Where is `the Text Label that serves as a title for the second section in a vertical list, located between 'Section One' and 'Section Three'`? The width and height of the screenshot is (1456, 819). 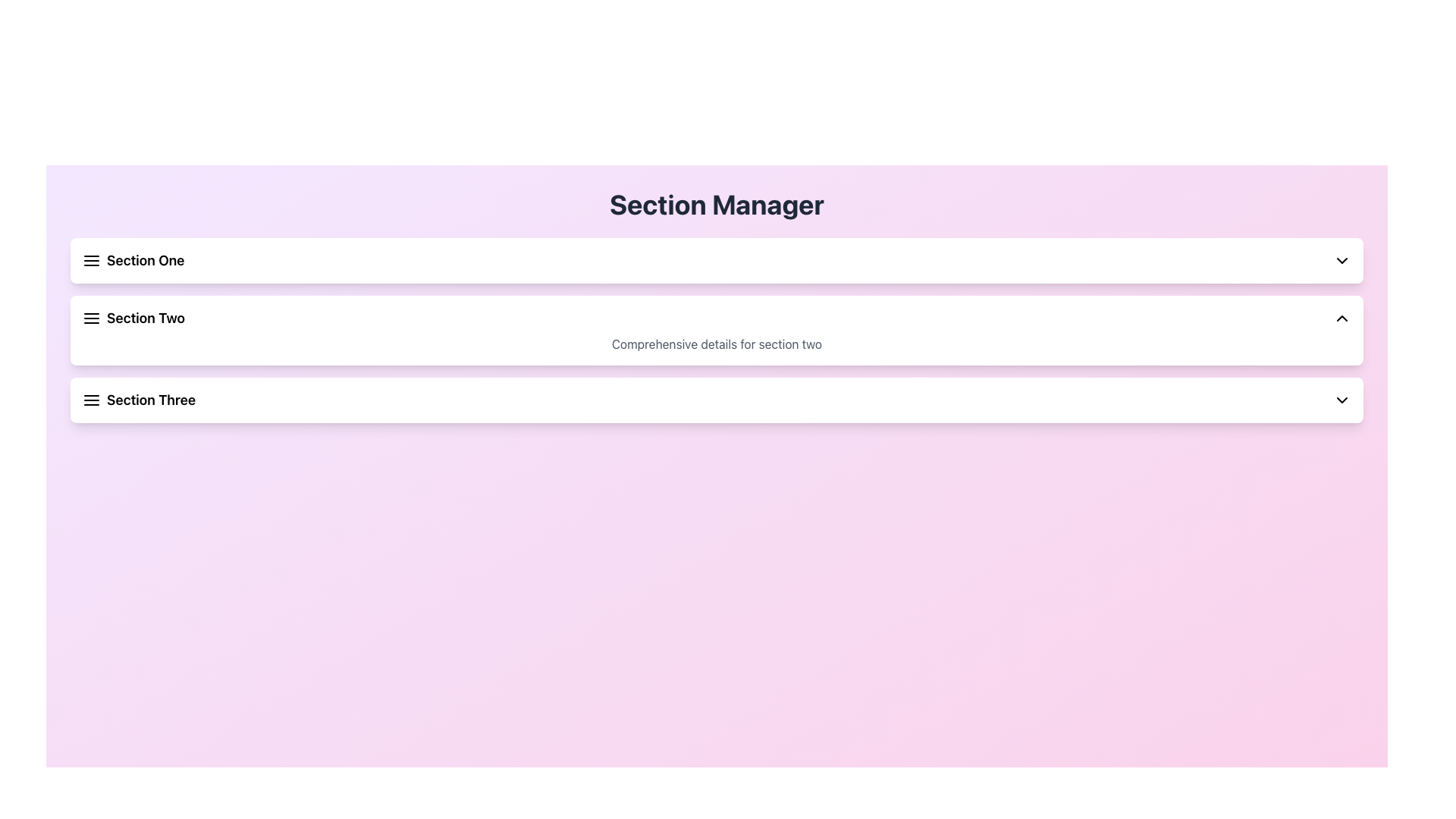
the Text Label that serves as a title for the second section in a vertical list, located between 'Section One' and 'Section Three' is located at coordinates (133, 318).